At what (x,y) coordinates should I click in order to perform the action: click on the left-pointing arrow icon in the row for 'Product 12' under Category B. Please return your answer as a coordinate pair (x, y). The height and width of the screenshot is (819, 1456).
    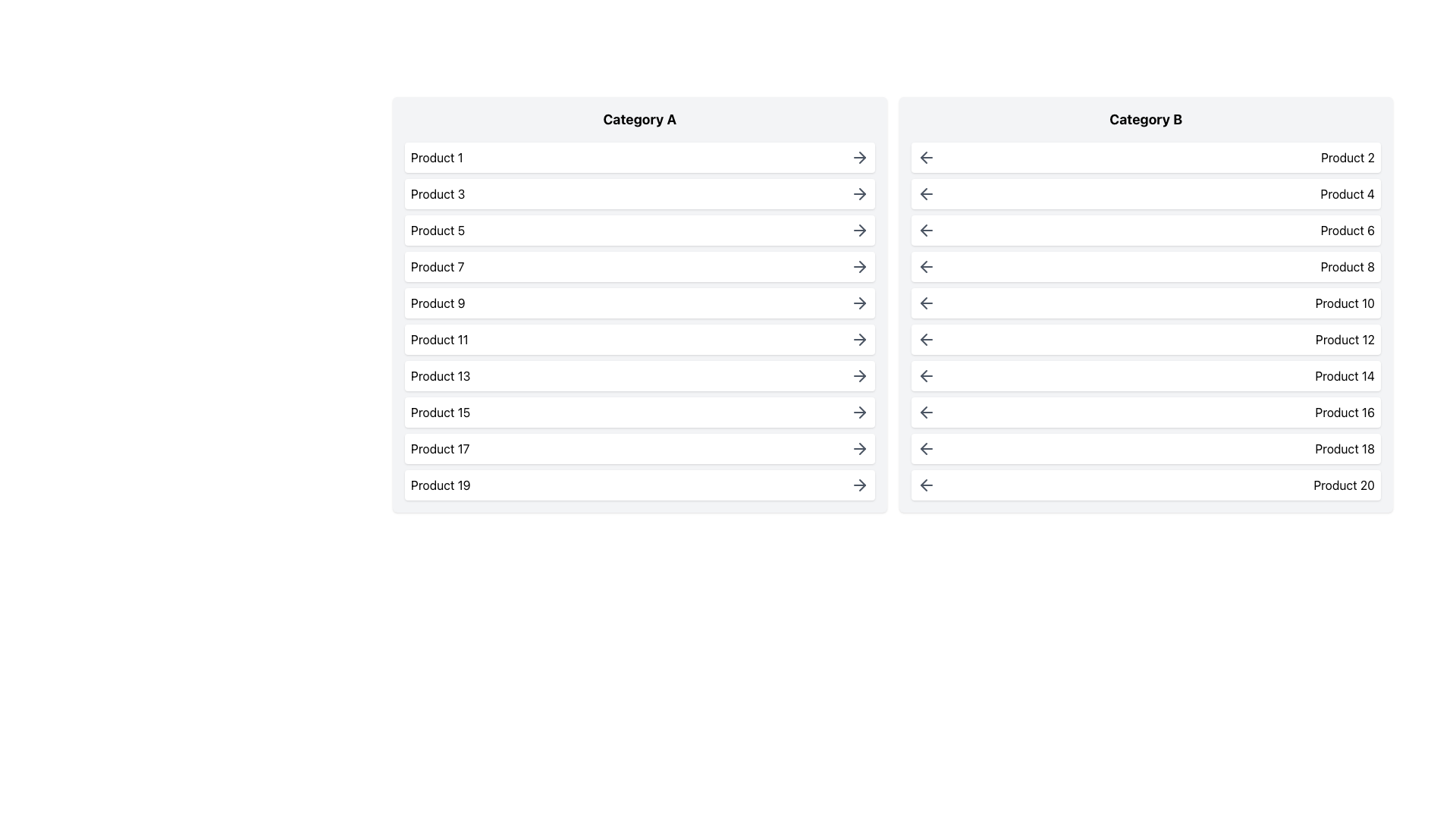
    Looking at the image, I should click on (923, 338).